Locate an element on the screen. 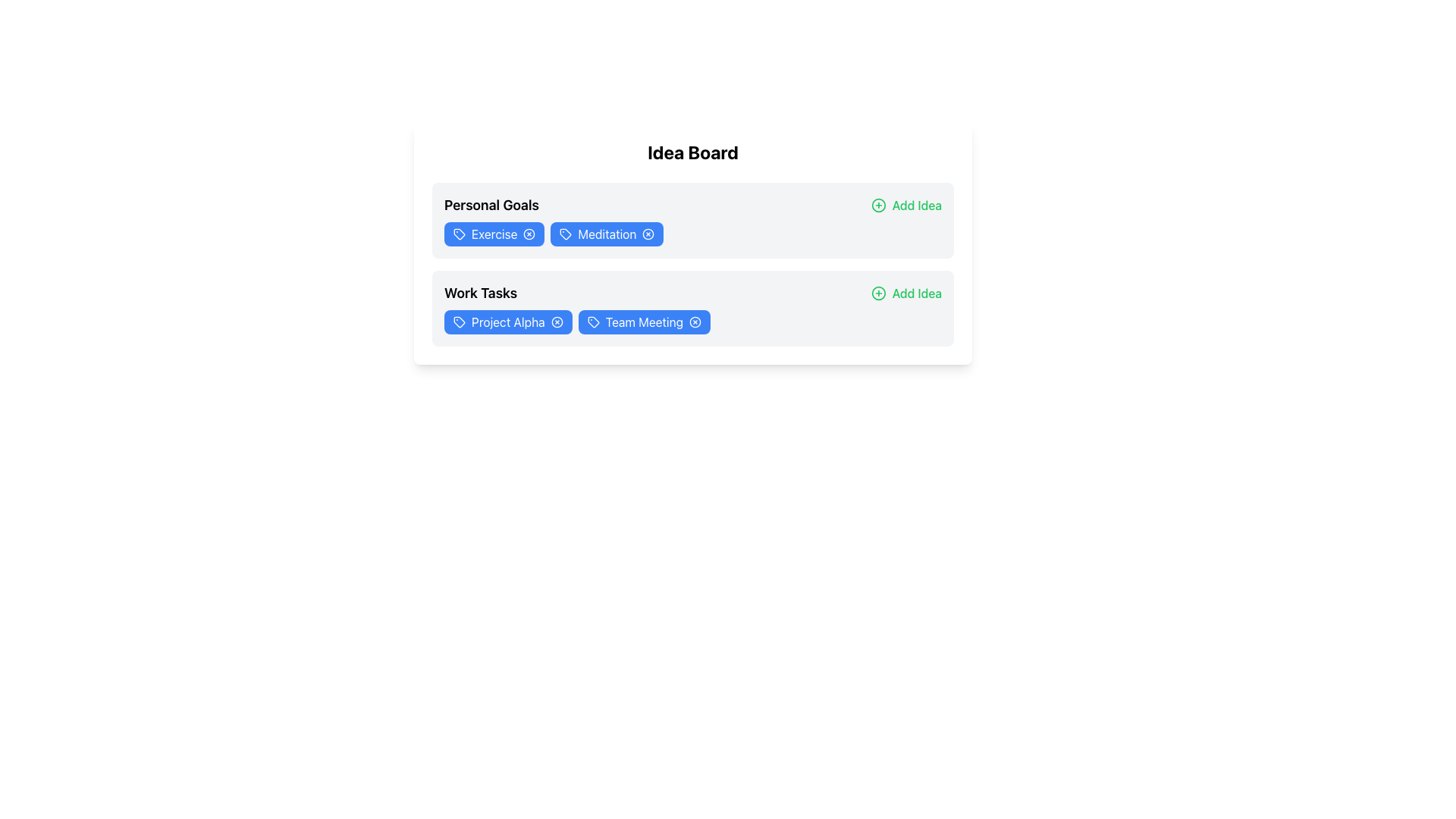 The width and height of the screenshot is (1456, 819). the tag labeled 'Project Alpha Team Meeting' which has a blue background and white text, located under the 'Work Tasks' header in the 'Idea Board' section is located at coordinates (692, 321).